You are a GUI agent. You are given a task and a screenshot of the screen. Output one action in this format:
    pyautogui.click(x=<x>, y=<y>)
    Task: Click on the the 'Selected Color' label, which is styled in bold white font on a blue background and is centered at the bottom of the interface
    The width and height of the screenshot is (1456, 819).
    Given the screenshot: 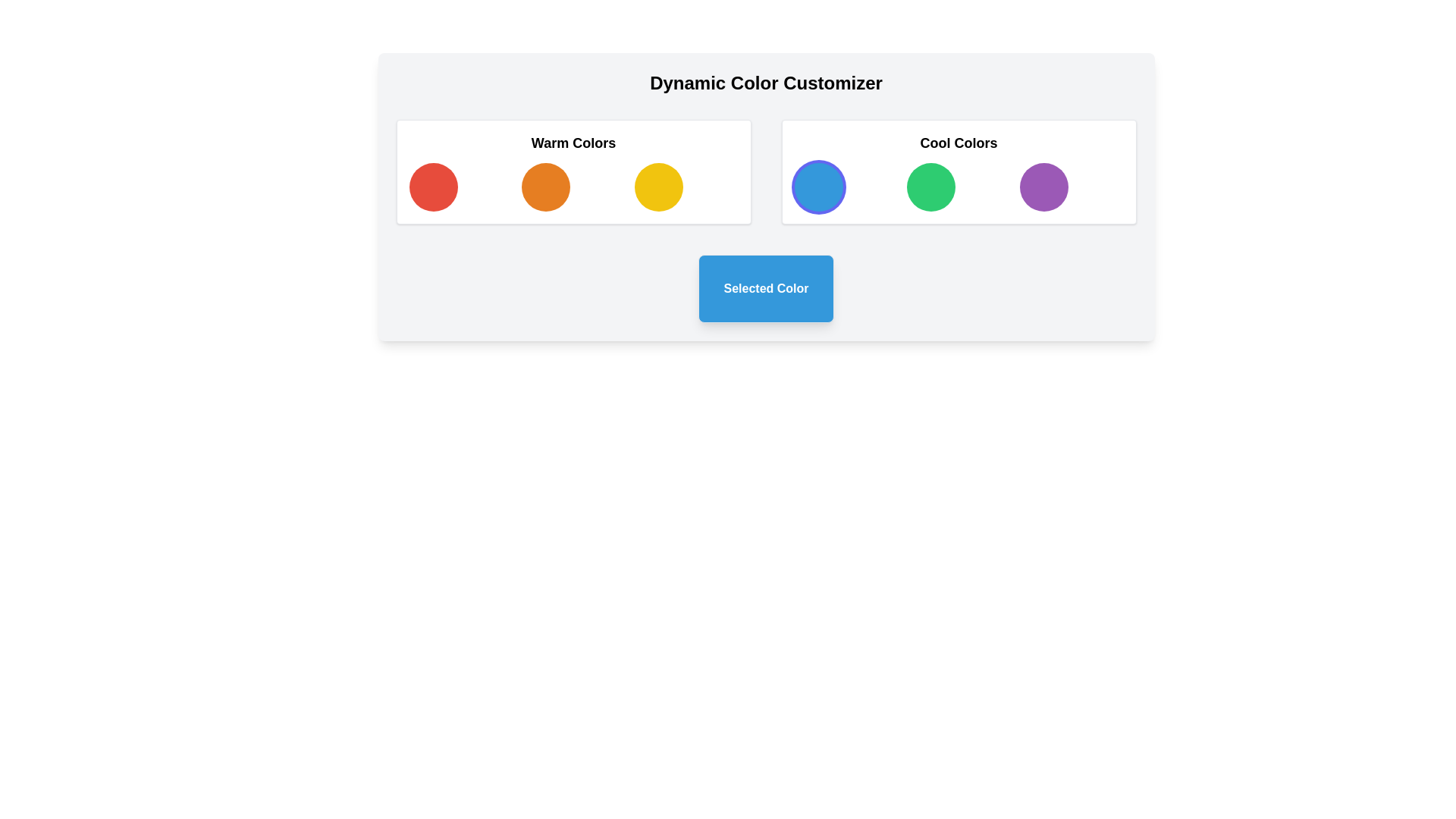 What is the action you would take?
    pyautogui.click(x=766, y=289)
    